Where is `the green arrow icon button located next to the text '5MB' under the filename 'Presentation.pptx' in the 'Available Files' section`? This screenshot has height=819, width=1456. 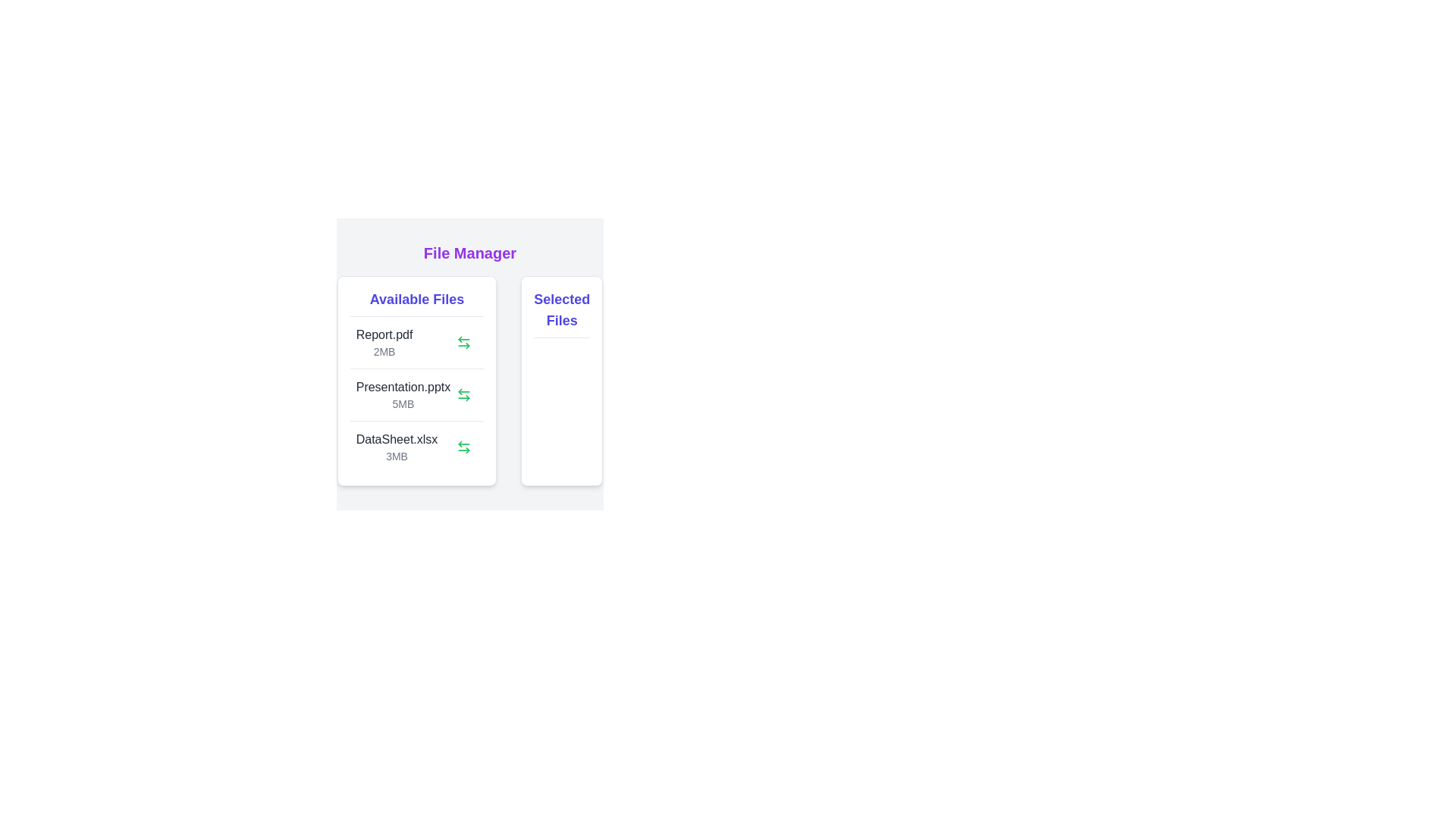 the green arrow icon button located next to the text '5MB' under the filename 'Presentation.pptx' in the 'Available Files' section is located at coordinates (463, 394).